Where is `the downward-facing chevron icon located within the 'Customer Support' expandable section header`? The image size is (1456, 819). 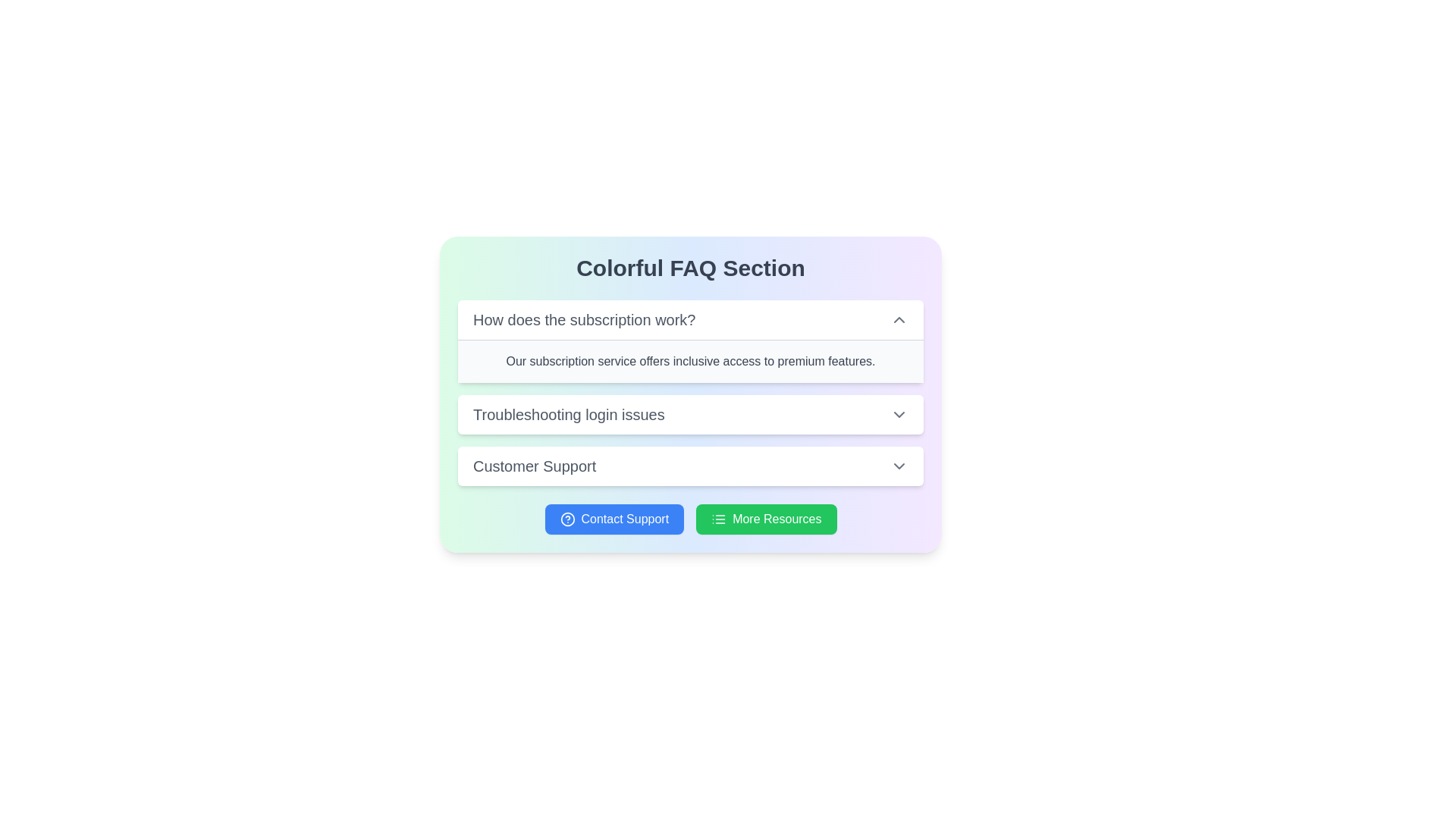 the downward-facing chevron icon located within the 'Customer Support' expandable section header is located at coordinates (899, 465).